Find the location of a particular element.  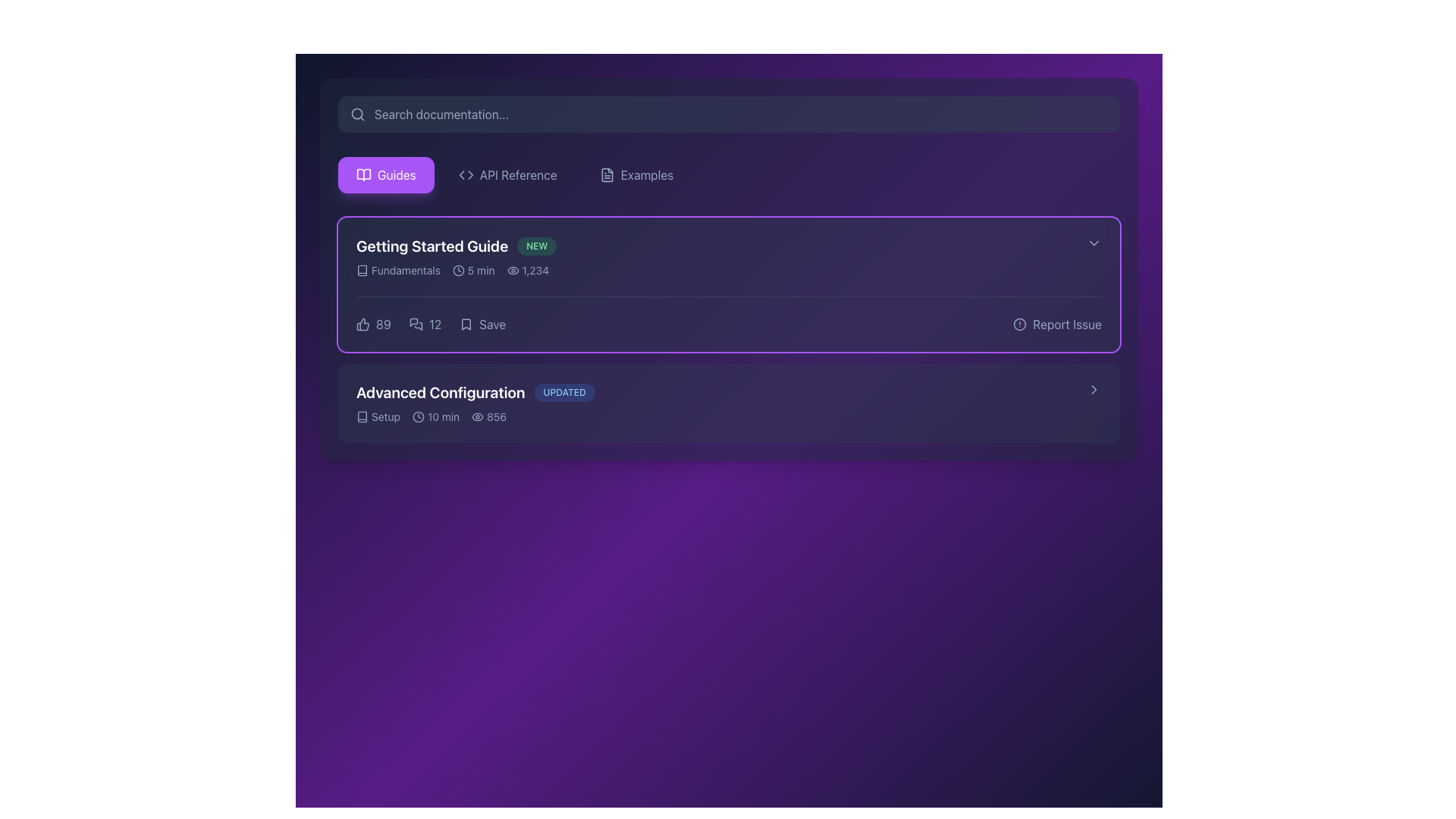

the Label displaying the text '856' in light gray color located in the 'Advanced Configuration' section, positioned to the right of the eye-shaped icon is located at coordinates (497, 417).